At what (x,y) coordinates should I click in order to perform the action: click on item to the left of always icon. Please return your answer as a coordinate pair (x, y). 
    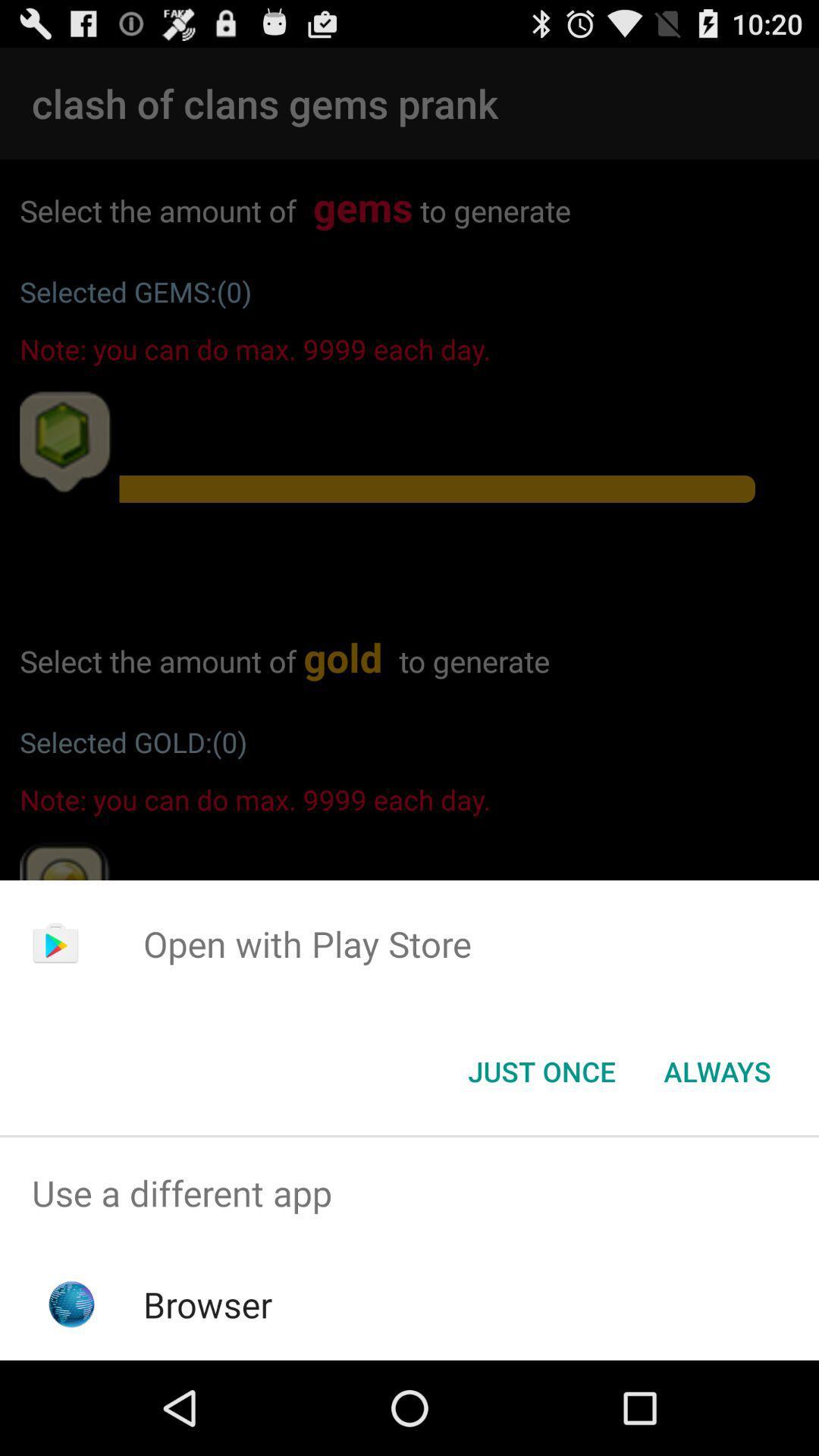
    Looking at the image, I should click on (541, 1070).